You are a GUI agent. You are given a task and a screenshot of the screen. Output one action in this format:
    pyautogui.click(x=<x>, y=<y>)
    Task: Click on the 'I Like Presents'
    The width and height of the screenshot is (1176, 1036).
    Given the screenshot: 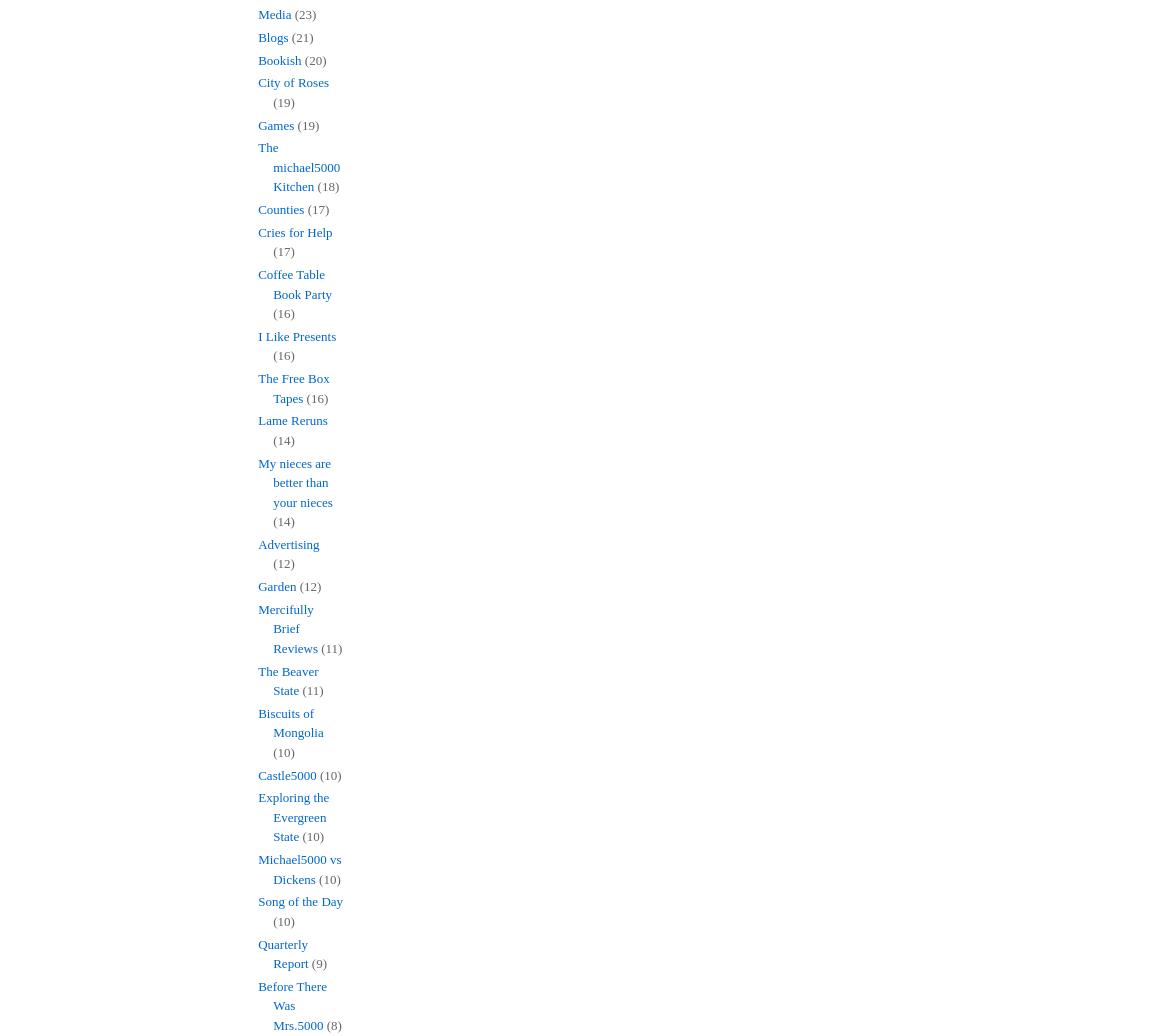 What is the action you would take?
    pyautogui.click(x=296, y=335)
    